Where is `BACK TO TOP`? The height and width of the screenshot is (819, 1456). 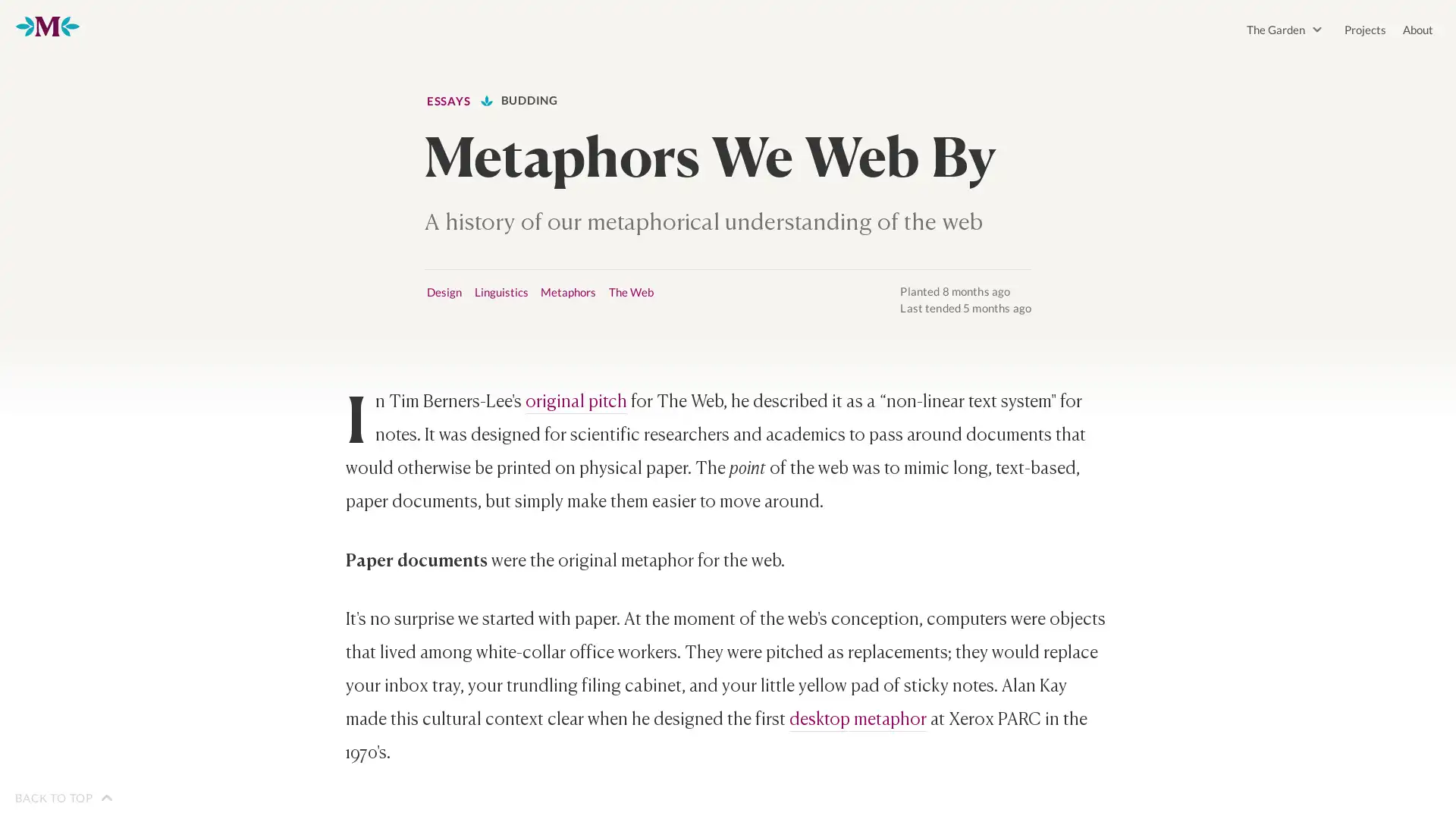 BACK TO TOP is located at coordinates (62, 797).